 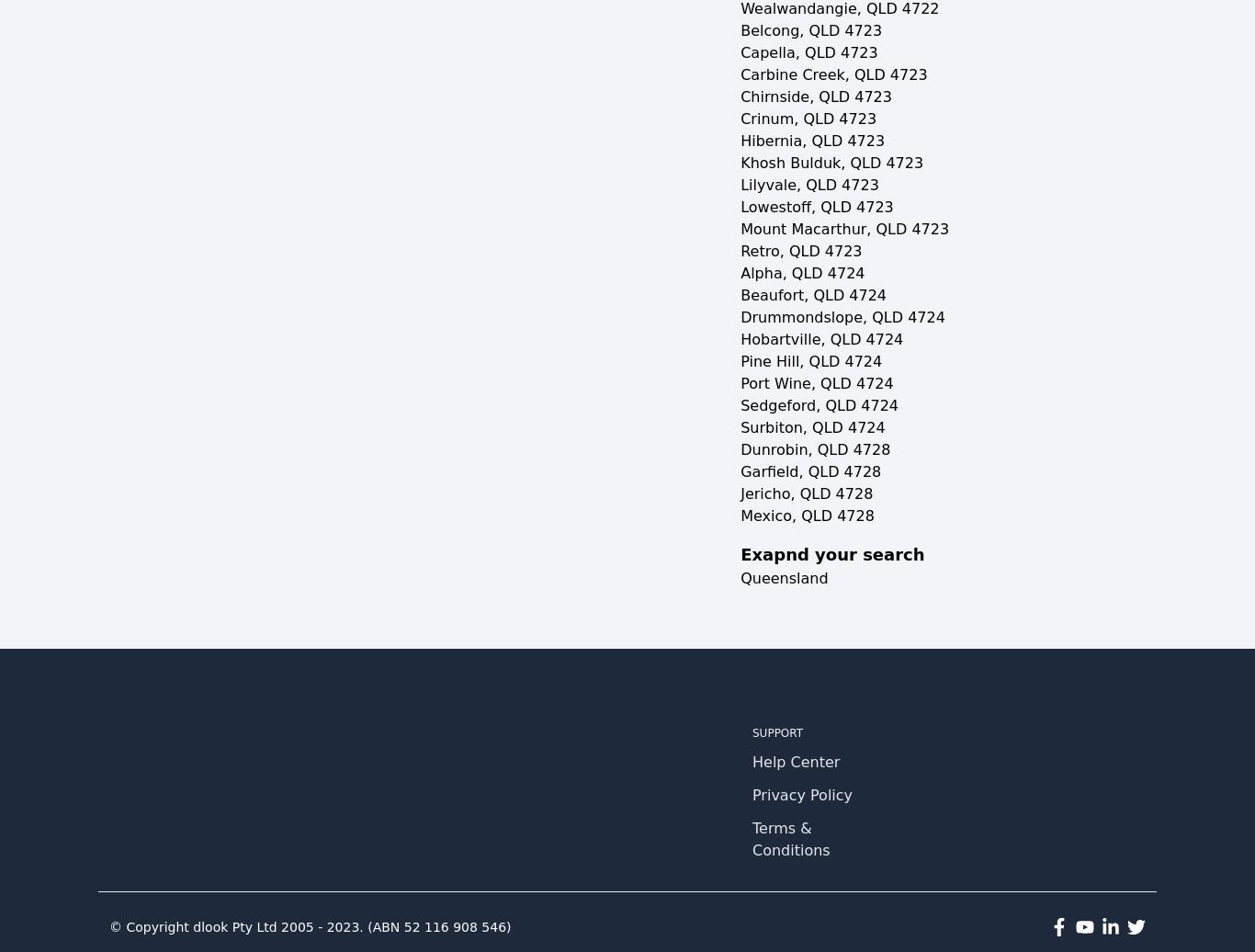 What do you see at coordinates (808, 52) in the screenshot?
I see `'Capella, QLD 4723'` at bounding box center [808, 52].